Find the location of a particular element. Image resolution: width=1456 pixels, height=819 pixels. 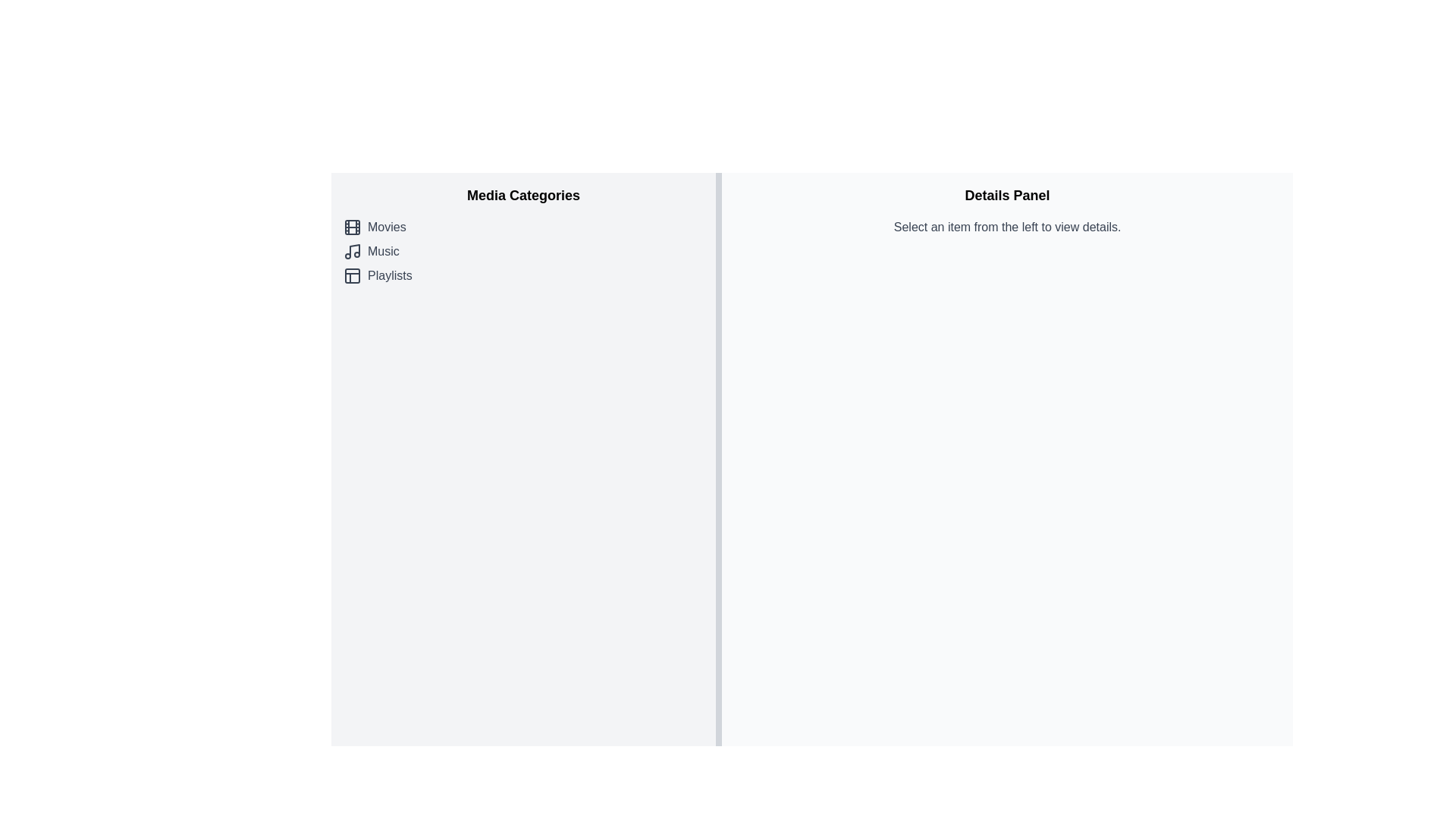

the 'Playlists' button in the Media Categories section is located at coordinates (523, 275).